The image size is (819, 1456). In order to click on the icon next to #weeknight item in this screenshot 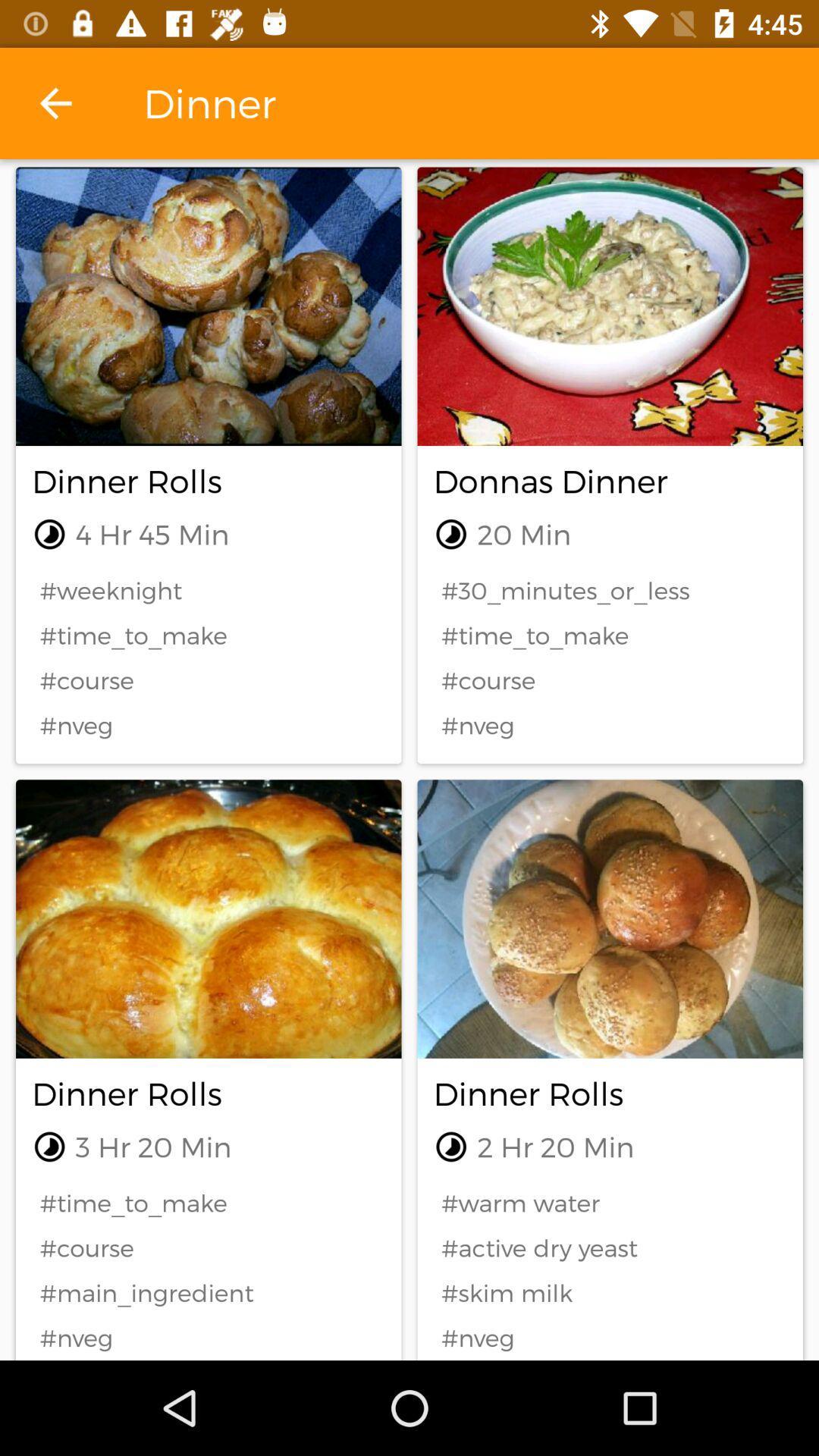, I will do `click(609, 589)`.